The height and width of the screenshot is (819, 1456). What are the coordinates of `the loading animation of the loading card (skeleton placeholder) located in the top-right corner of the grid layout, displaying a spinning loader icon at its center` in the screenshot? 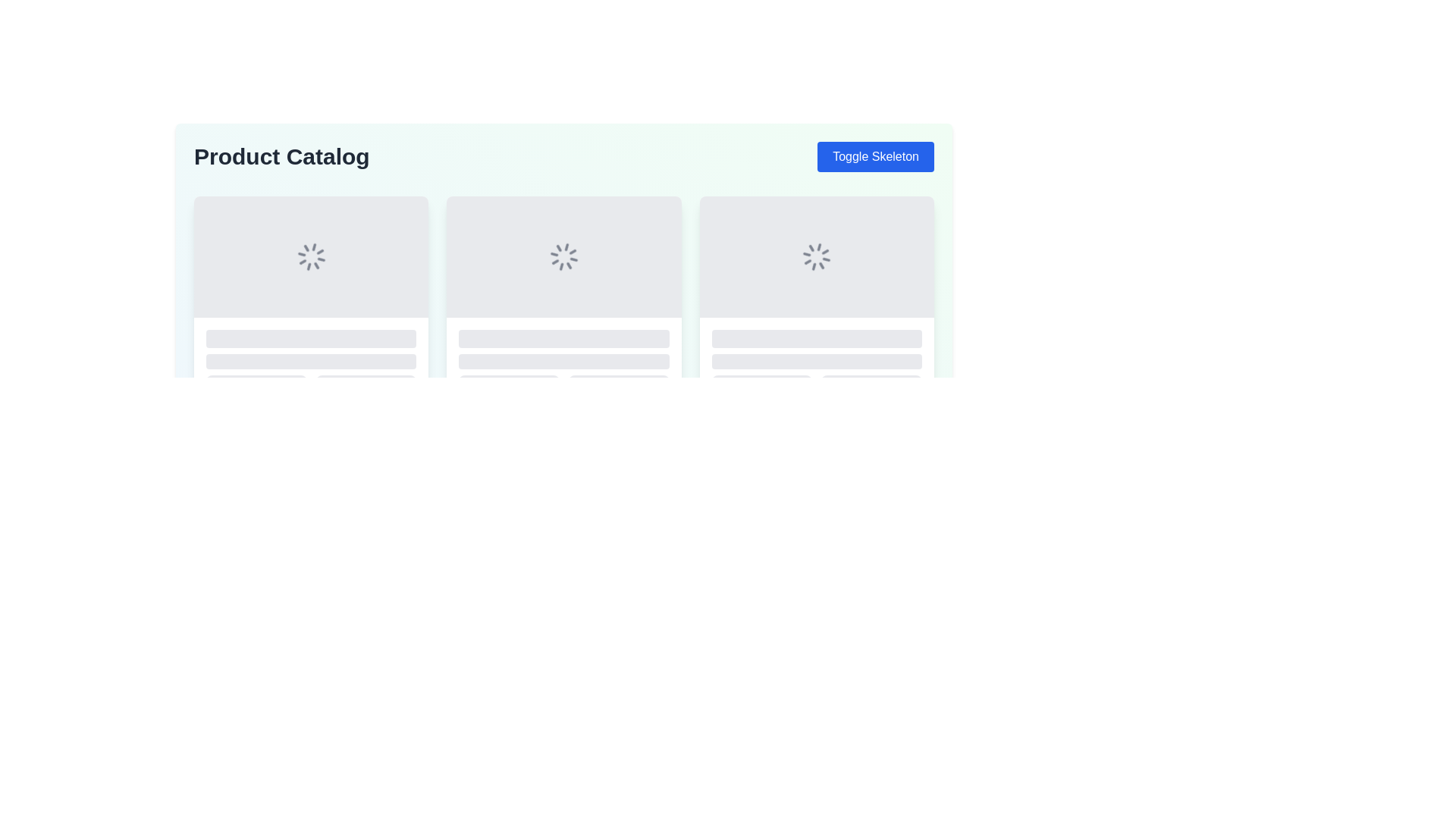 It's located at (816, 298).